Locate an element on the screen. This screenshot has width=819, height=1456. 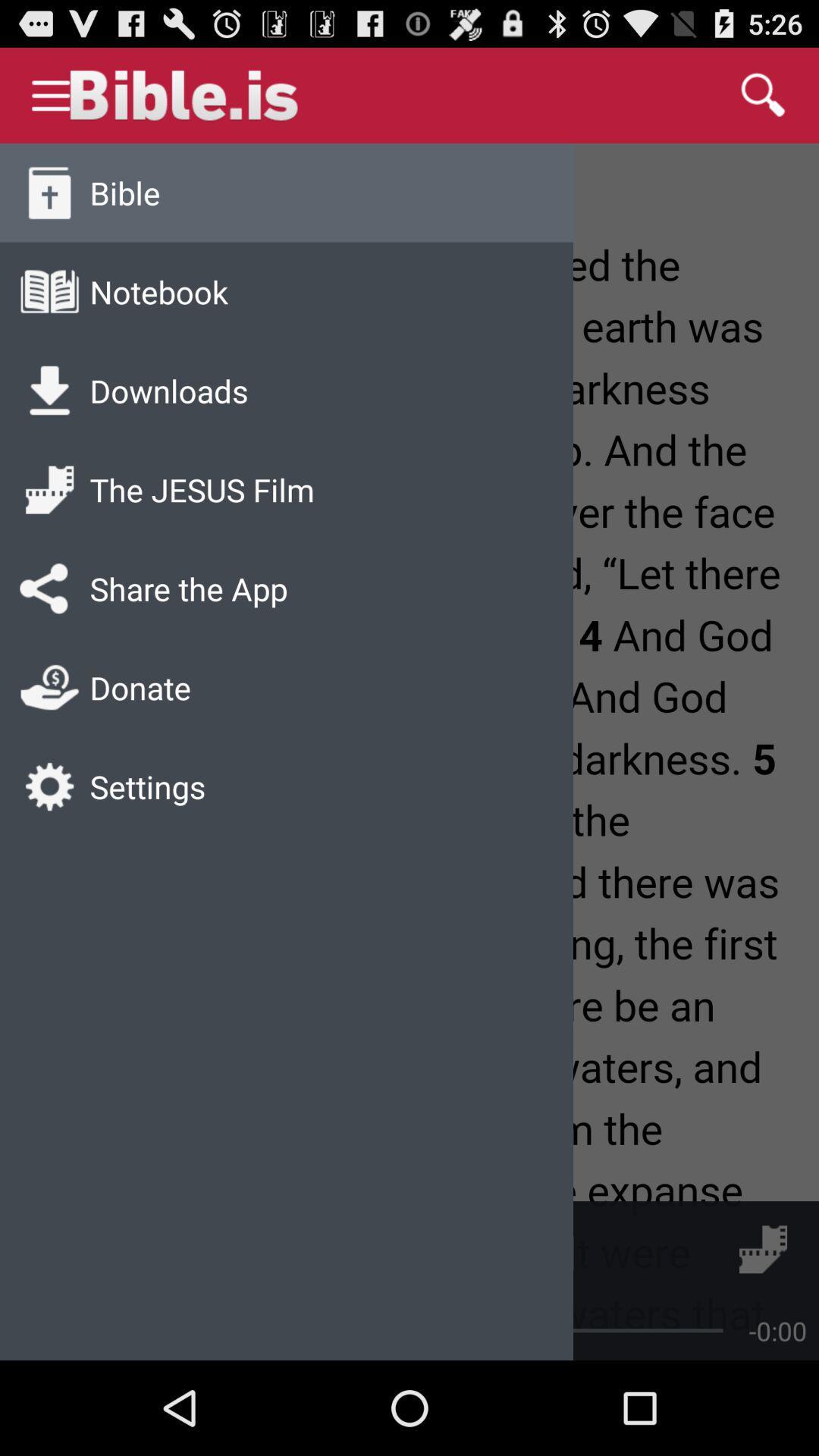
the icon of the jesus film is located at coordinates (49, 490).